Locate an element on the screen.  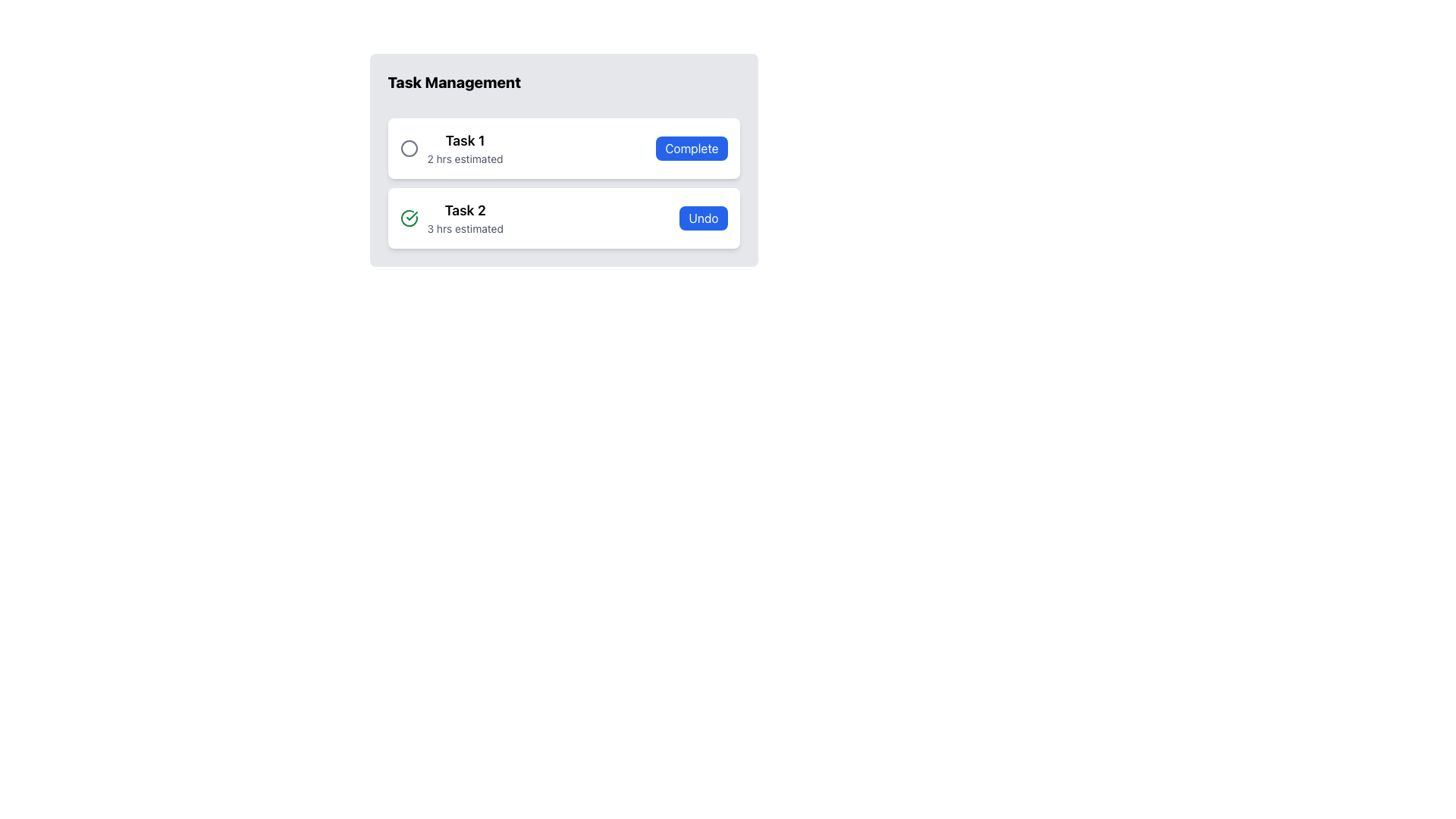
the text label displaying '2 hrs estimated' in a smaller gray font, located below the 'Task 1' title in the first task card is located at coordinates (464, 158).